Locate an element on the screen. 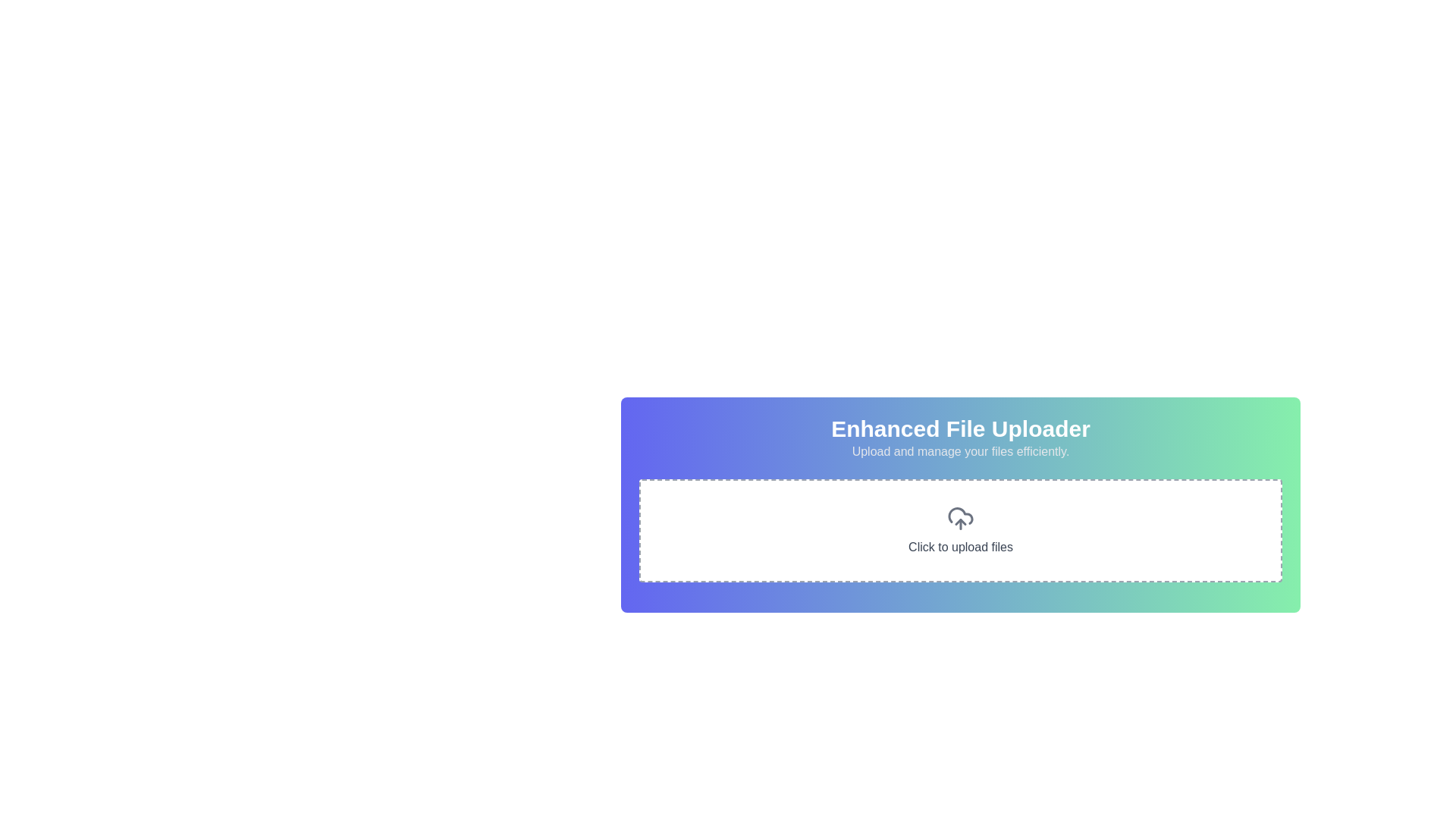 The image size is (1456, 819). the title text label indicating the purpose of the file uploading and management interface, positioned above the text 'Upload and manage your files efficiently.' is located at coordinates (960, 429).